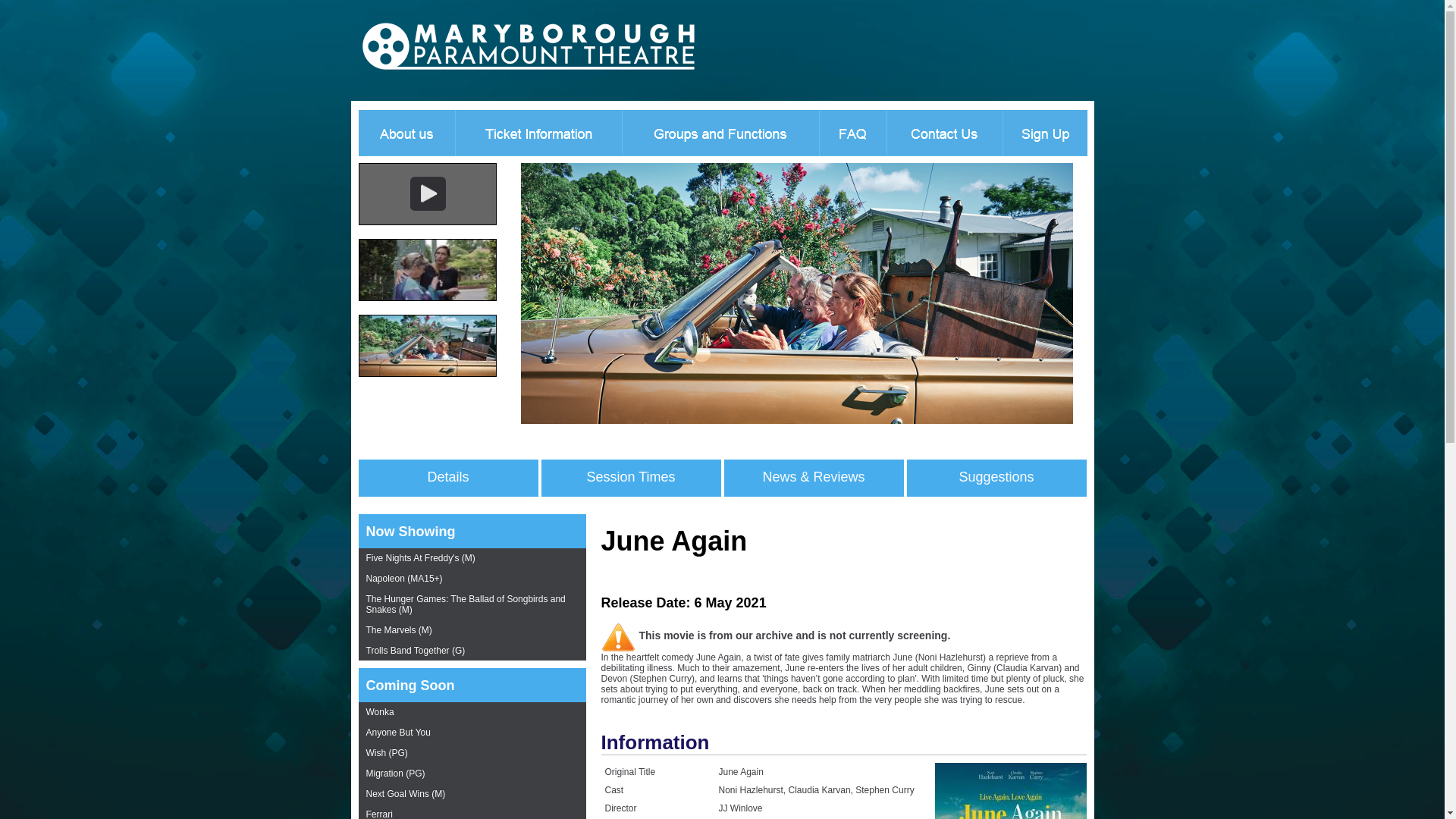  Describe the element at coordinates (471, 712) in the screenshot. I see `'Wonka'` at that location.